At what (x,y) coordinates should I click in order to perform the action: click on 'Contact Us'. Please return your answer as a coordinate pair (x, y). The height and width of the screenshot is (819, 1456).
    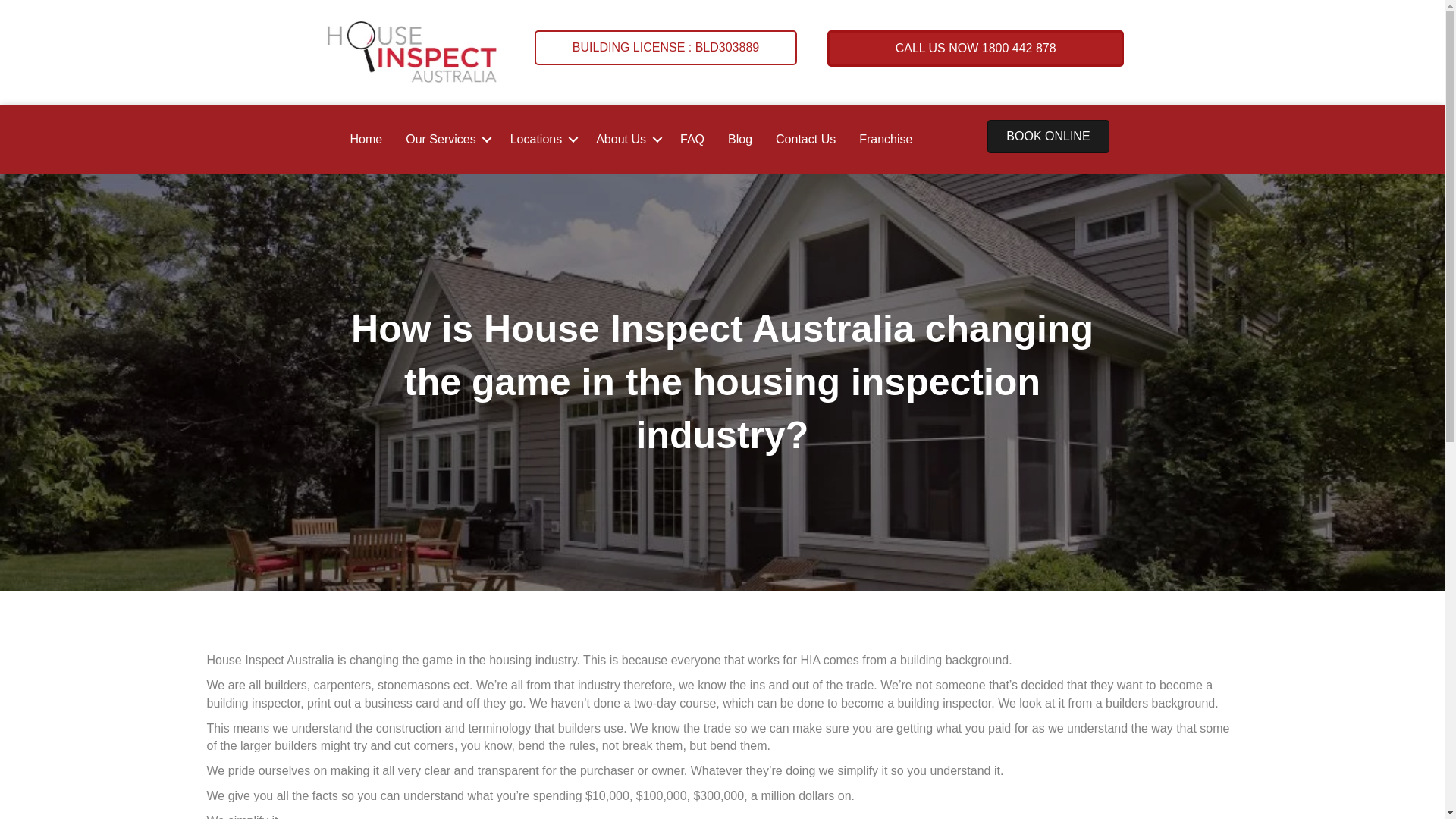
    Looking at the image, I should click on (764, 139).